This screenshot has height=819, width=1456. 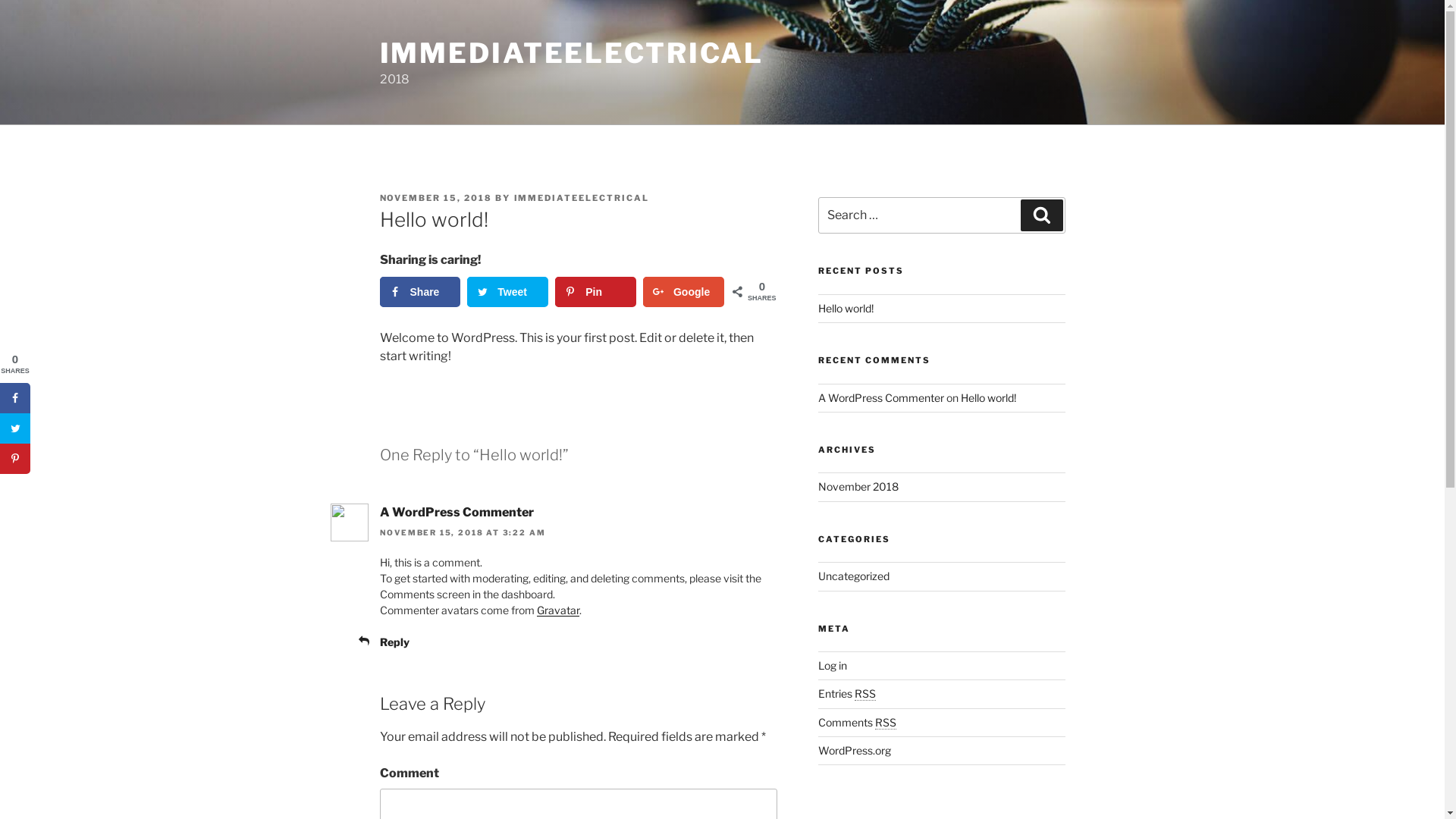 What do you see at coordinates (394, 642) in the screenshot?
I see `'Reply'` at bounding box center [394, 642].